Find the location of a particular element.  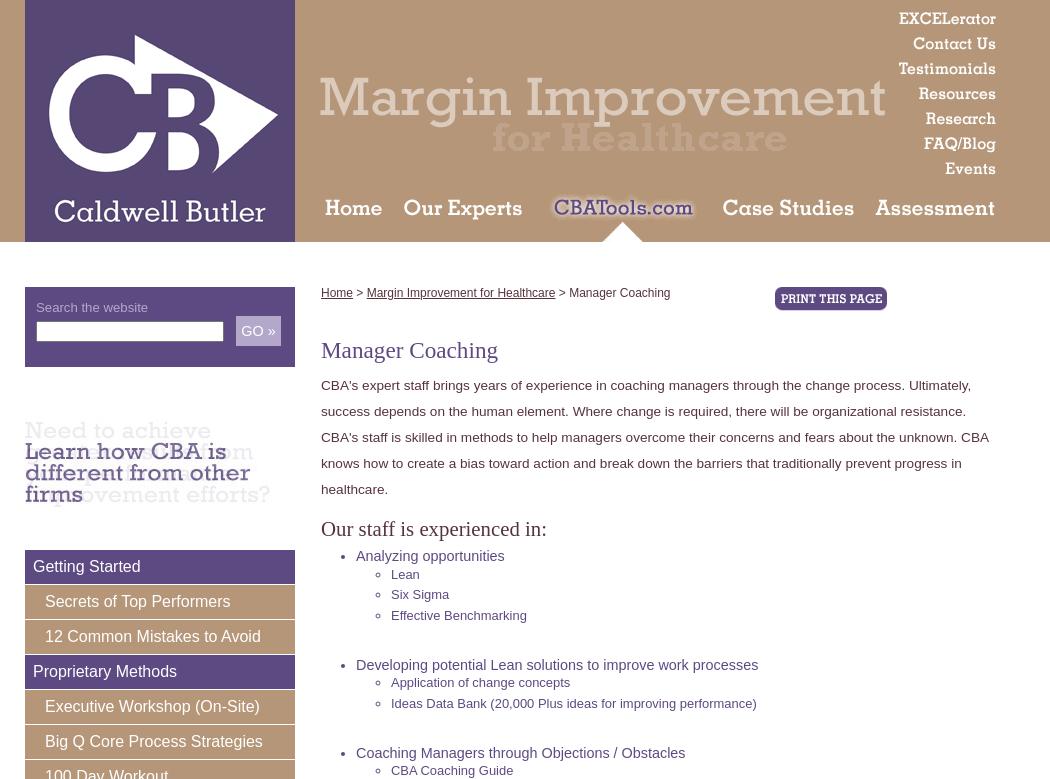

'Executive Workshop (On-Site)' is located at coordinates (152, 705).